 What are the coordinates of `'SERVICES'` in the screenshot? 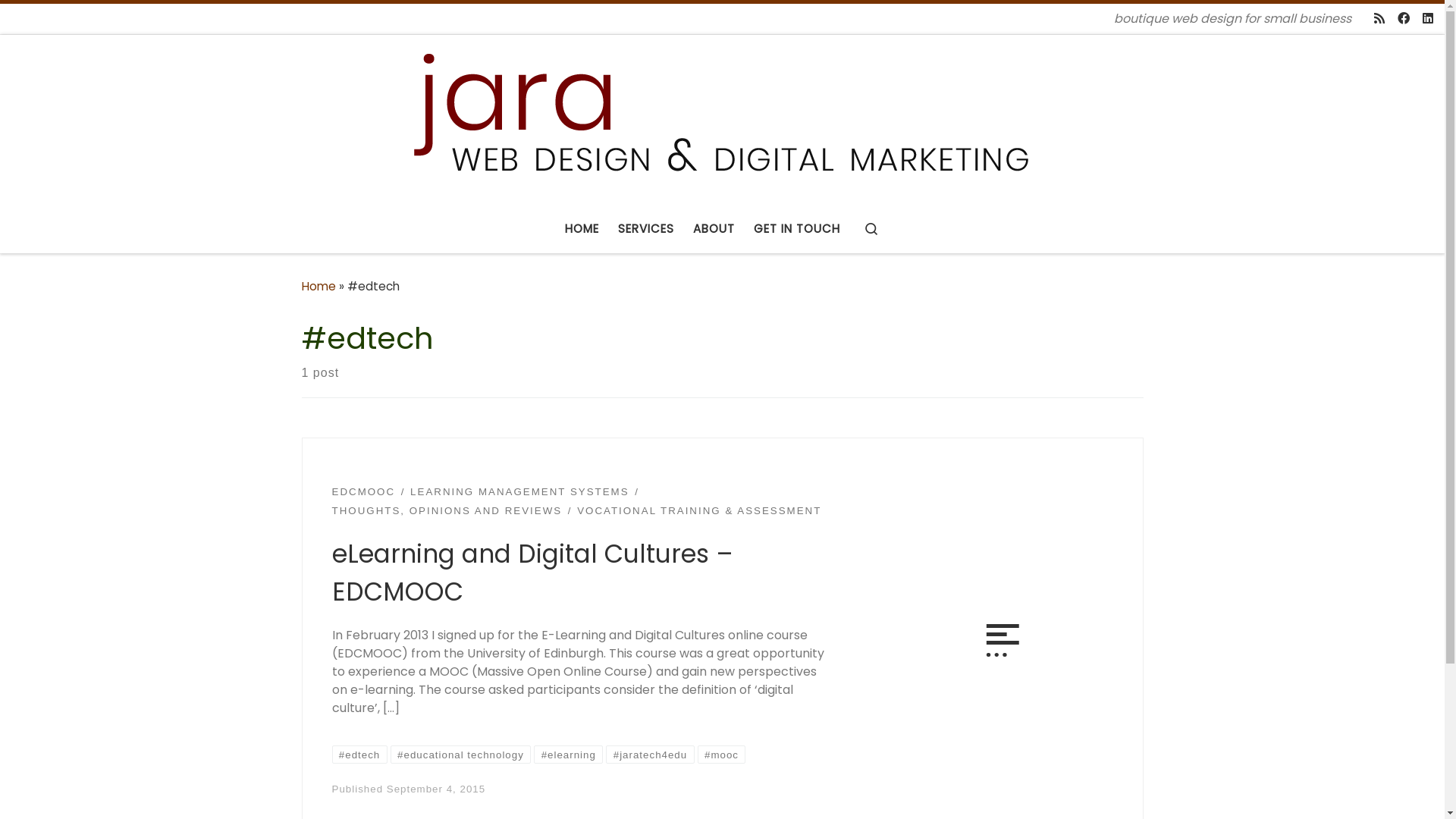 It's located at (646, 228).